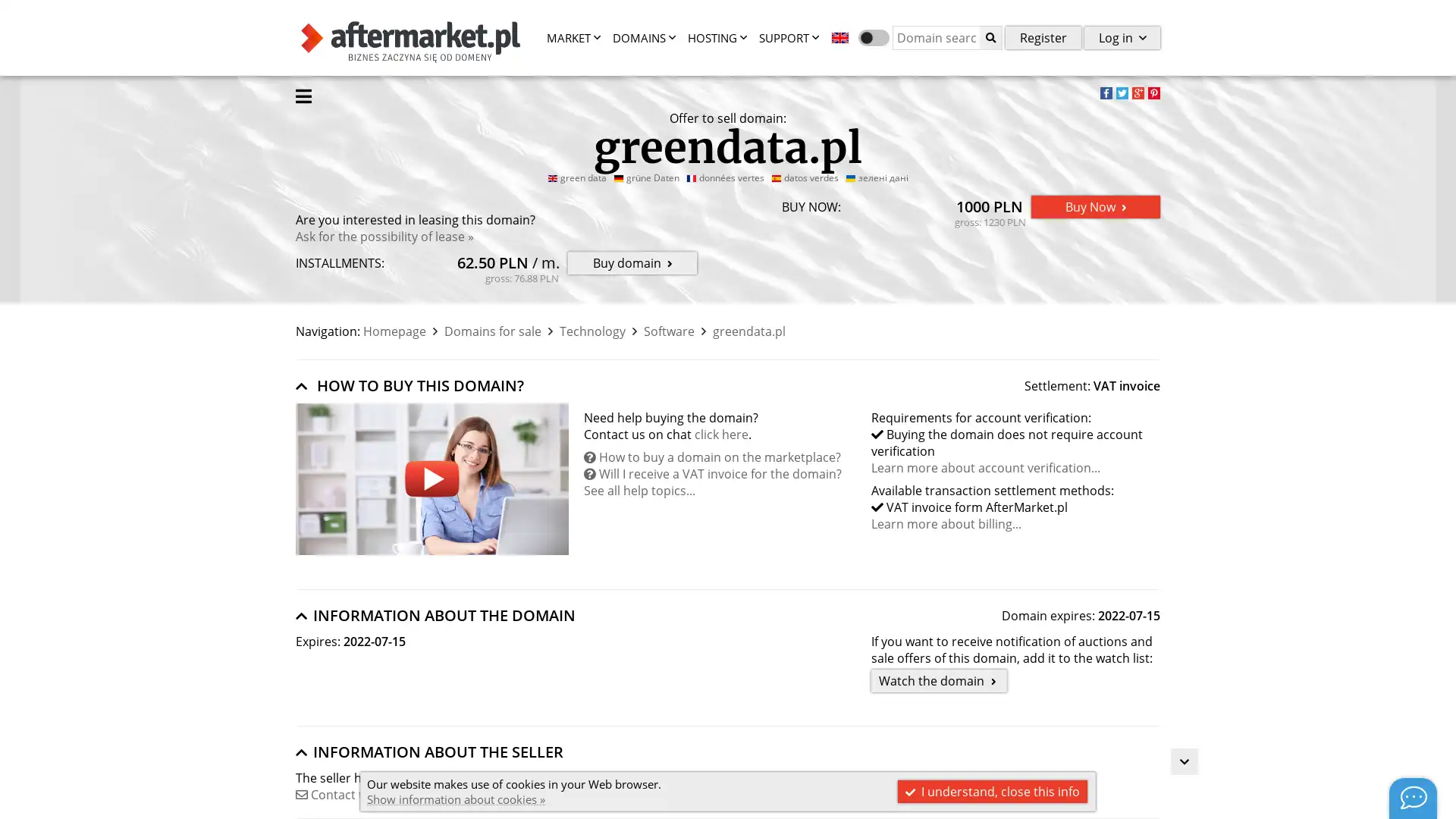 The height and width of the screenshot is (819, 1456). Describe the element at coordinates (938, 680) in the screenshot. I see `Watch the domain` at that location.